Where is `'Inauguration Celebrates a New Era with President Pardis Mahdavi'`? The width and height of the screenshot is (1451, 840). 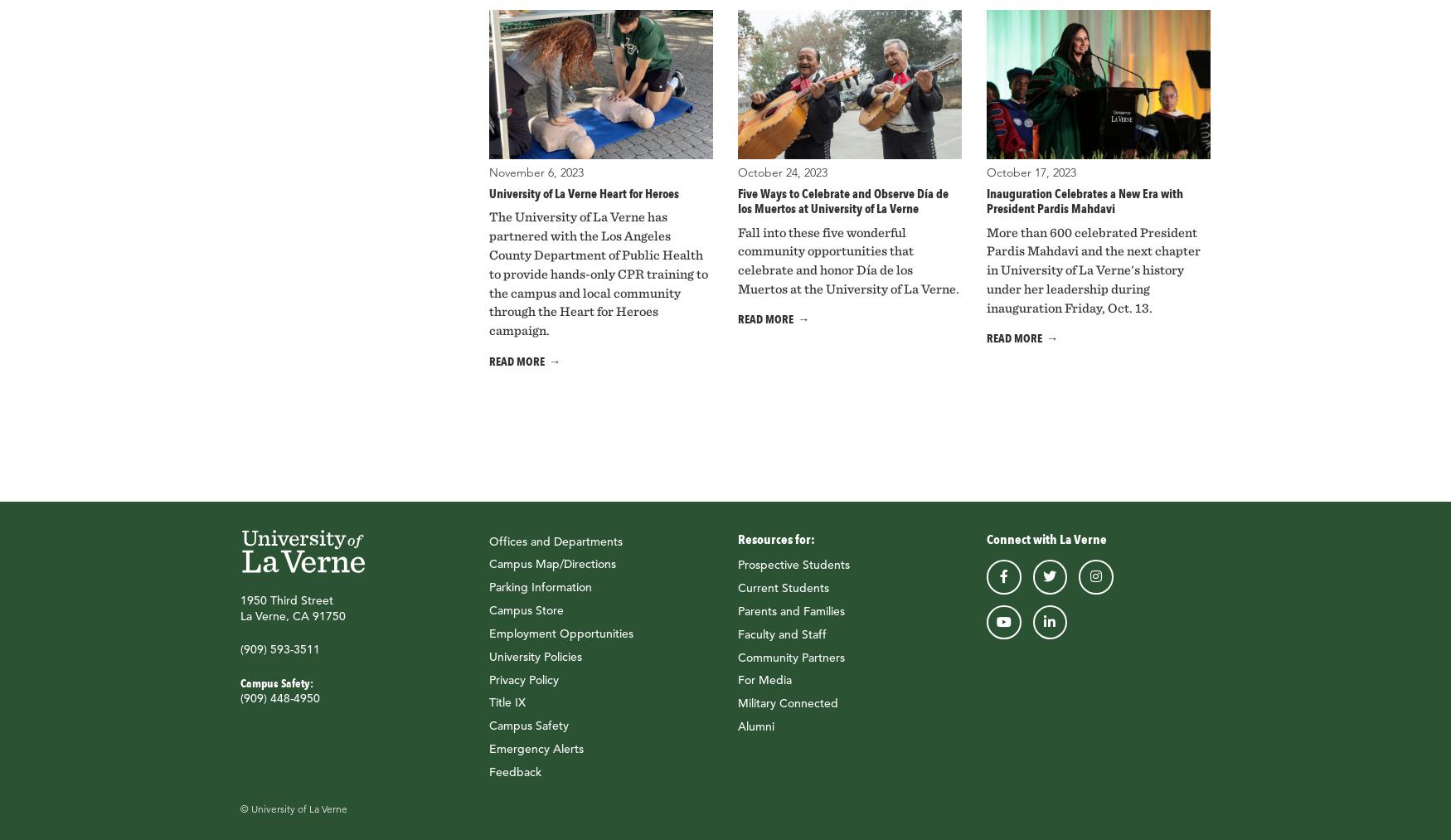 'Inauguration Celebrates a New Era with President Pardis Mahdavi' is located at coordinates (1083, 200).